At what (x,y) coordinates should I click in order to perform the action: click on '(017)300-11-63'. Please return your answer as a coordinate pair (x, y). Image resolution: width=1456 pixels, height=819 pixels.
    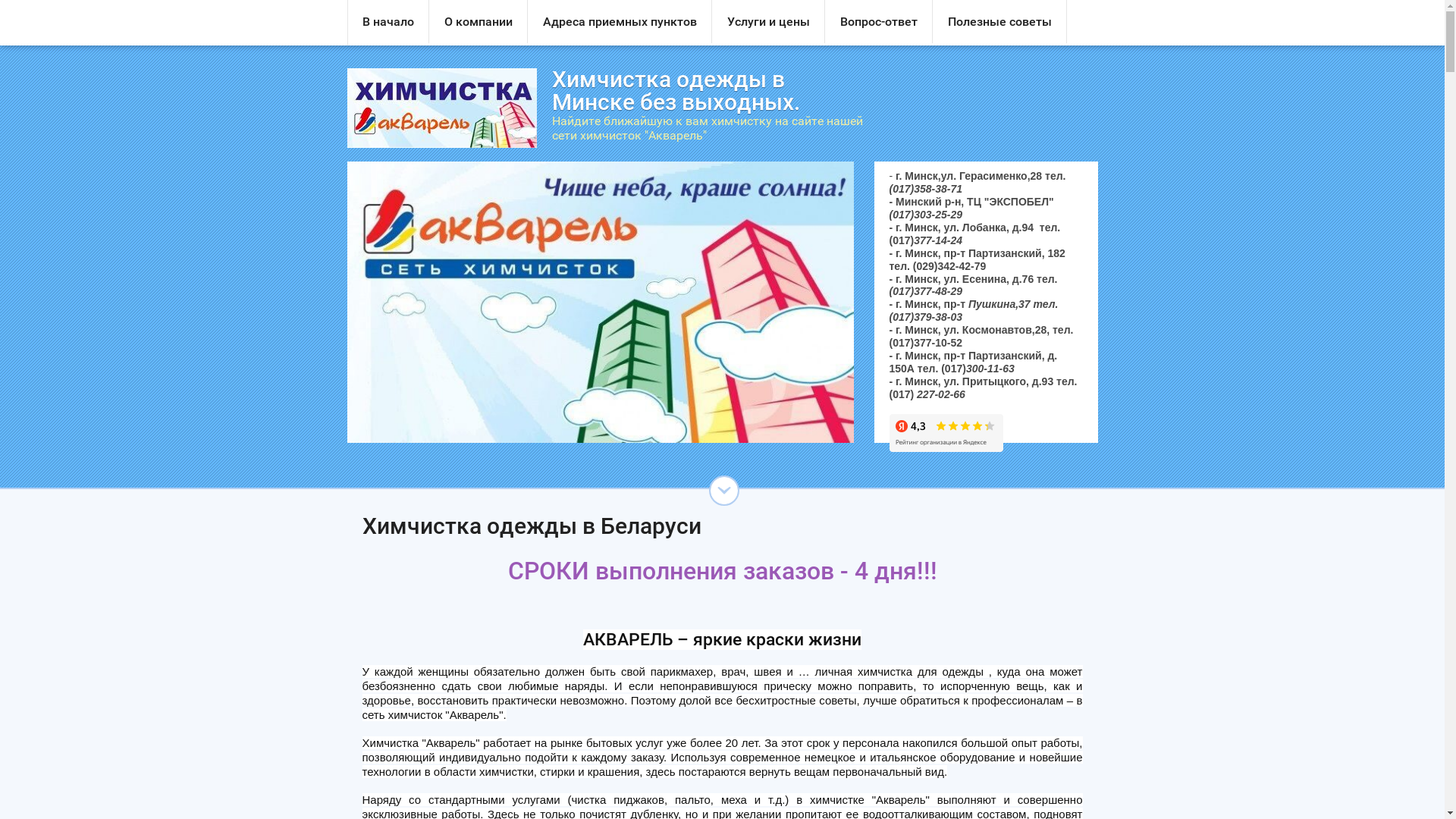
    Looking at the image, I should click on (977, 369).